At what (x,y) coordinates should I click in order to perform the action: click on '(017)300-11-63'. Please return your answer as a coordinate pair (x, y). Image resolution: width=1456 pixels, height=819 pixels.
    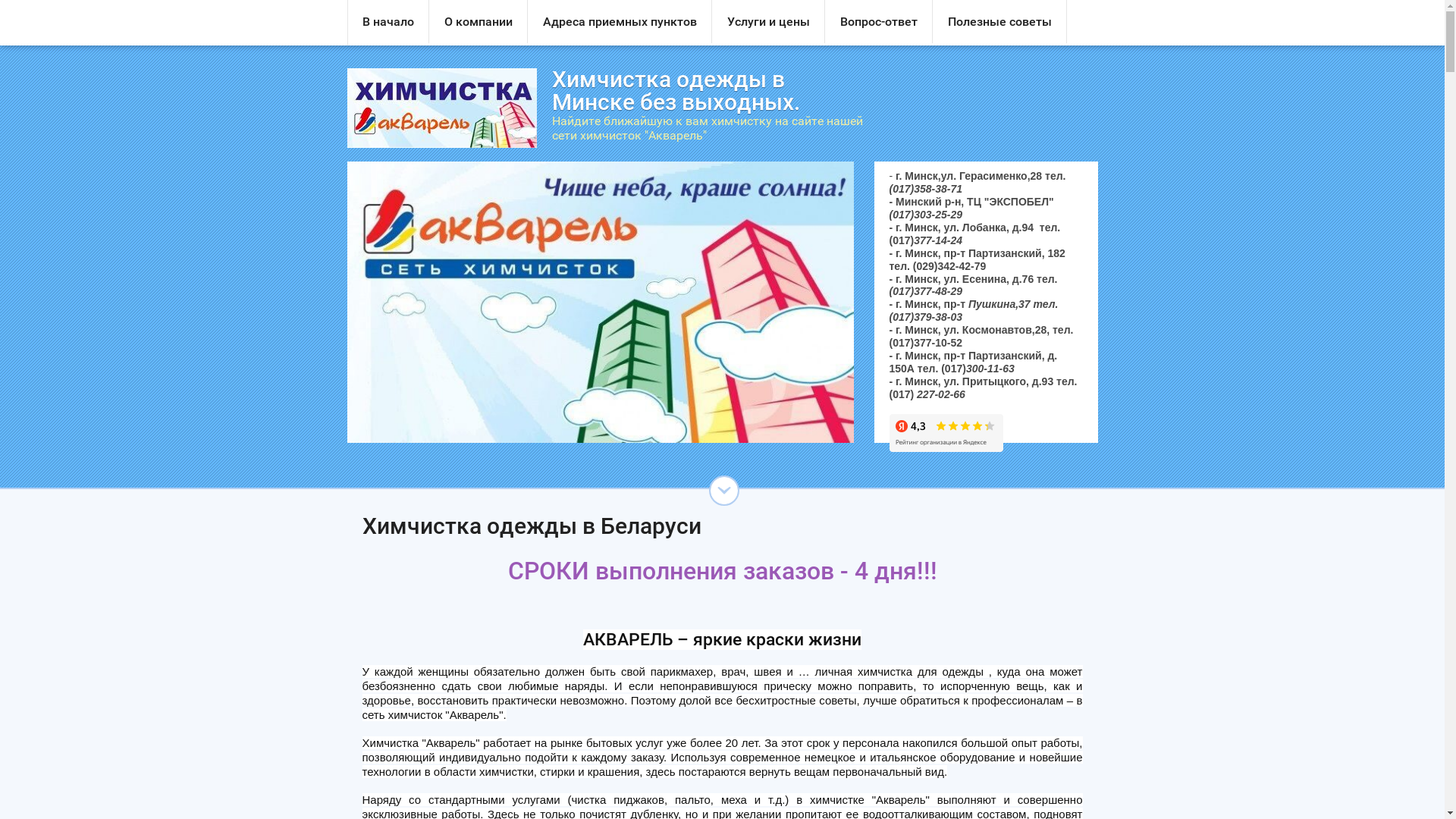
    Looking at the image, I should click on (977, 369).